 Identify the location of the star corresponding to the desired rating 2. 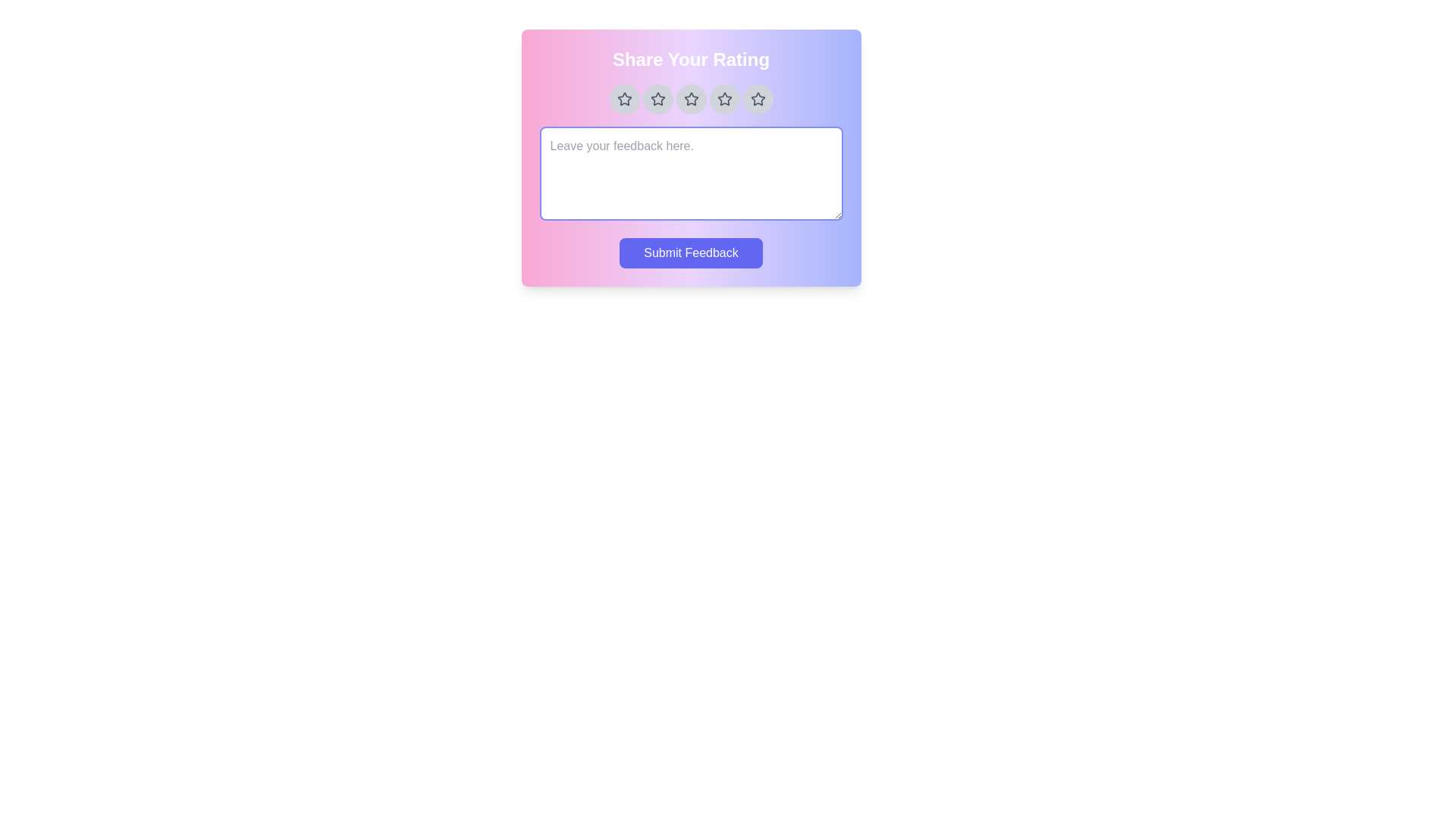
(657, 99).